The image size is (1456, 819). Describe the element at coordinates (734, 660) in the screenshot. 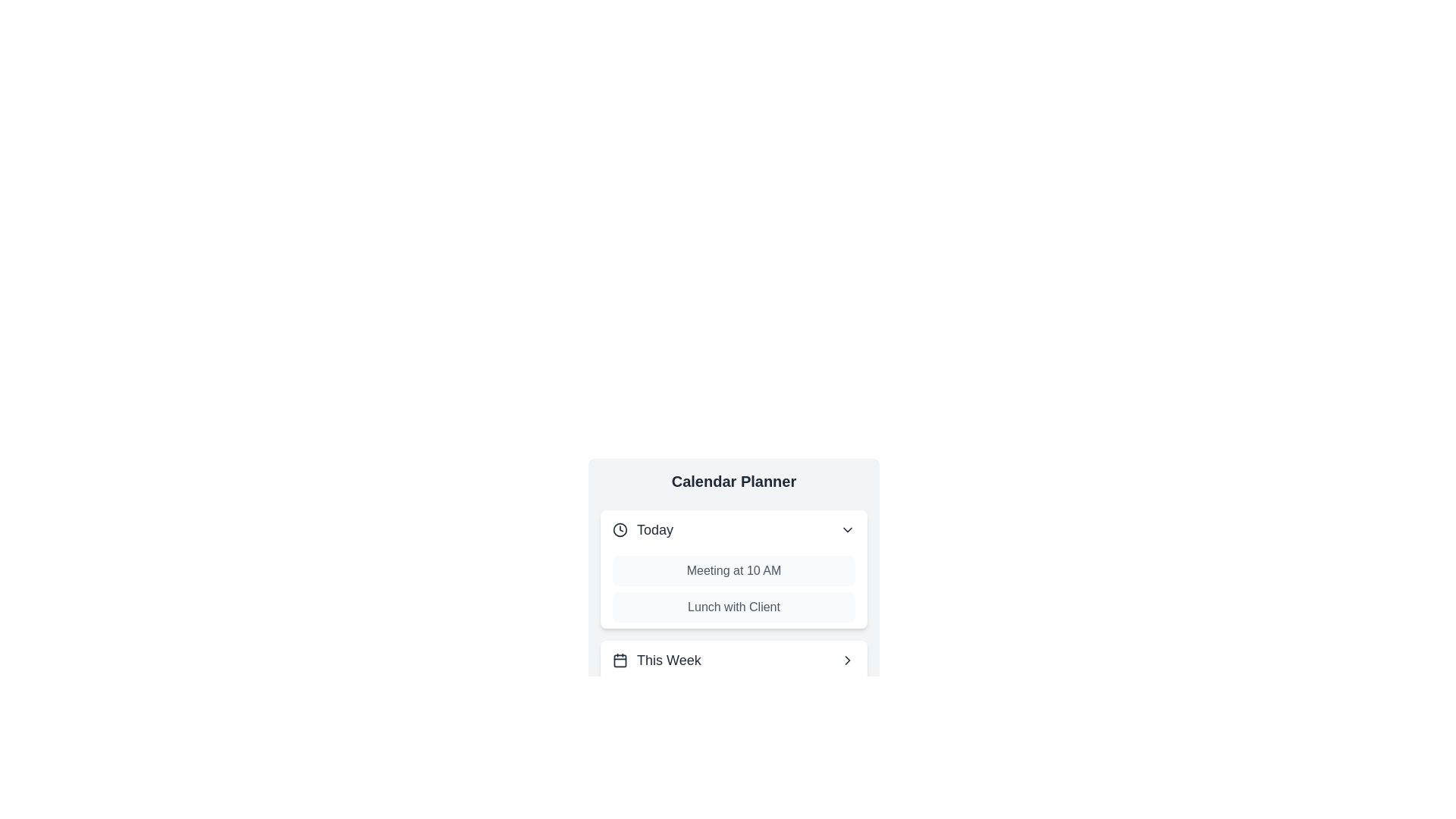

I see `the header of the category This Week to toggle its expanded or collapsed state` at that location.